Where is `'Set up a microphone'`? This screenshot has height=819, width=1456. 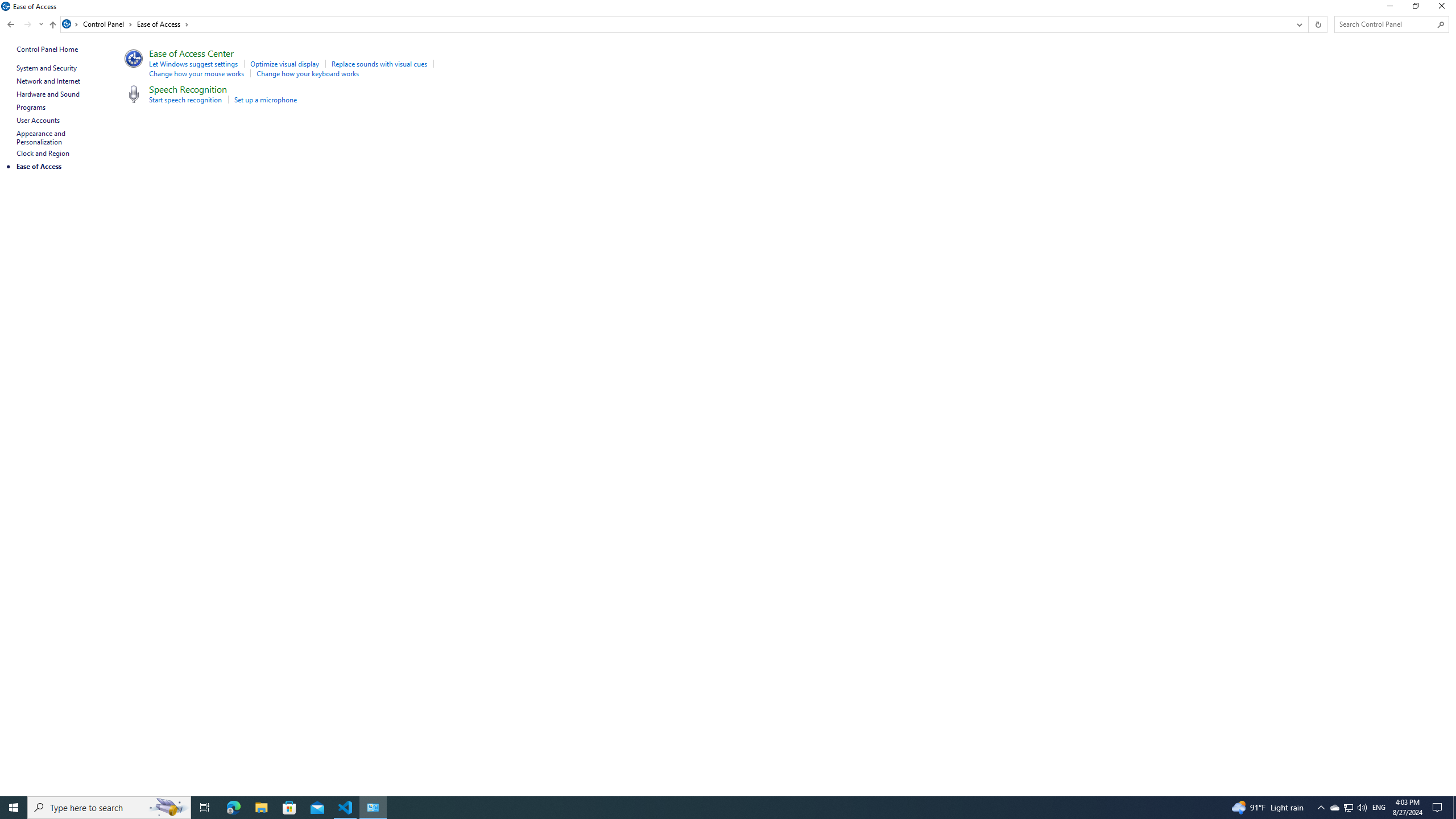
'Set up a microphone' is located at coordinates (265, 100).